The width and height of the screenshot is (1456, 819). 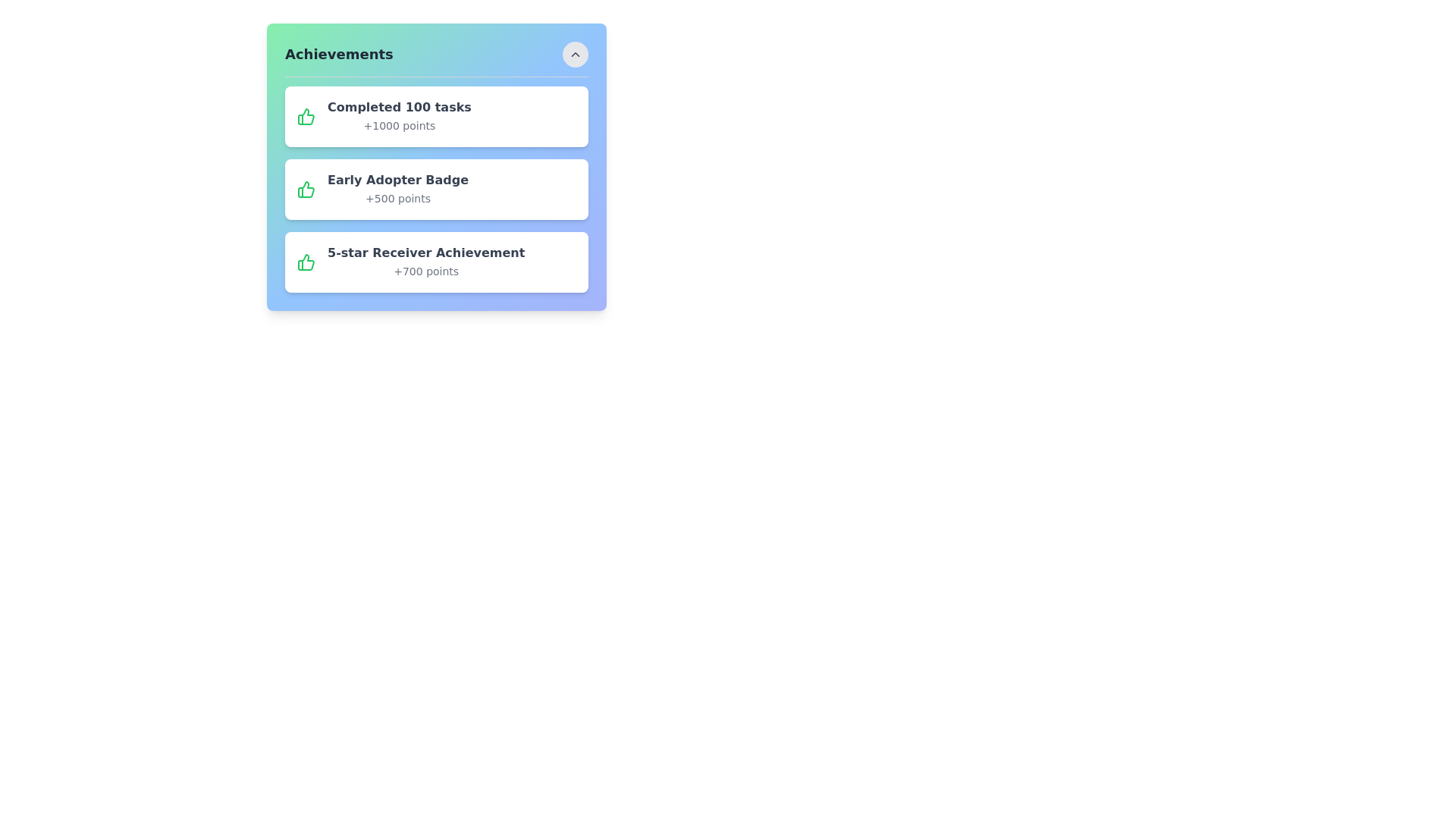 What do you see at coordinates (425, 262) in the screenshot?
I see `text content of the '5-star Receiver Achievement' card, which includes the title in bold and the subtitle below it` at bounding box center [425, 262].